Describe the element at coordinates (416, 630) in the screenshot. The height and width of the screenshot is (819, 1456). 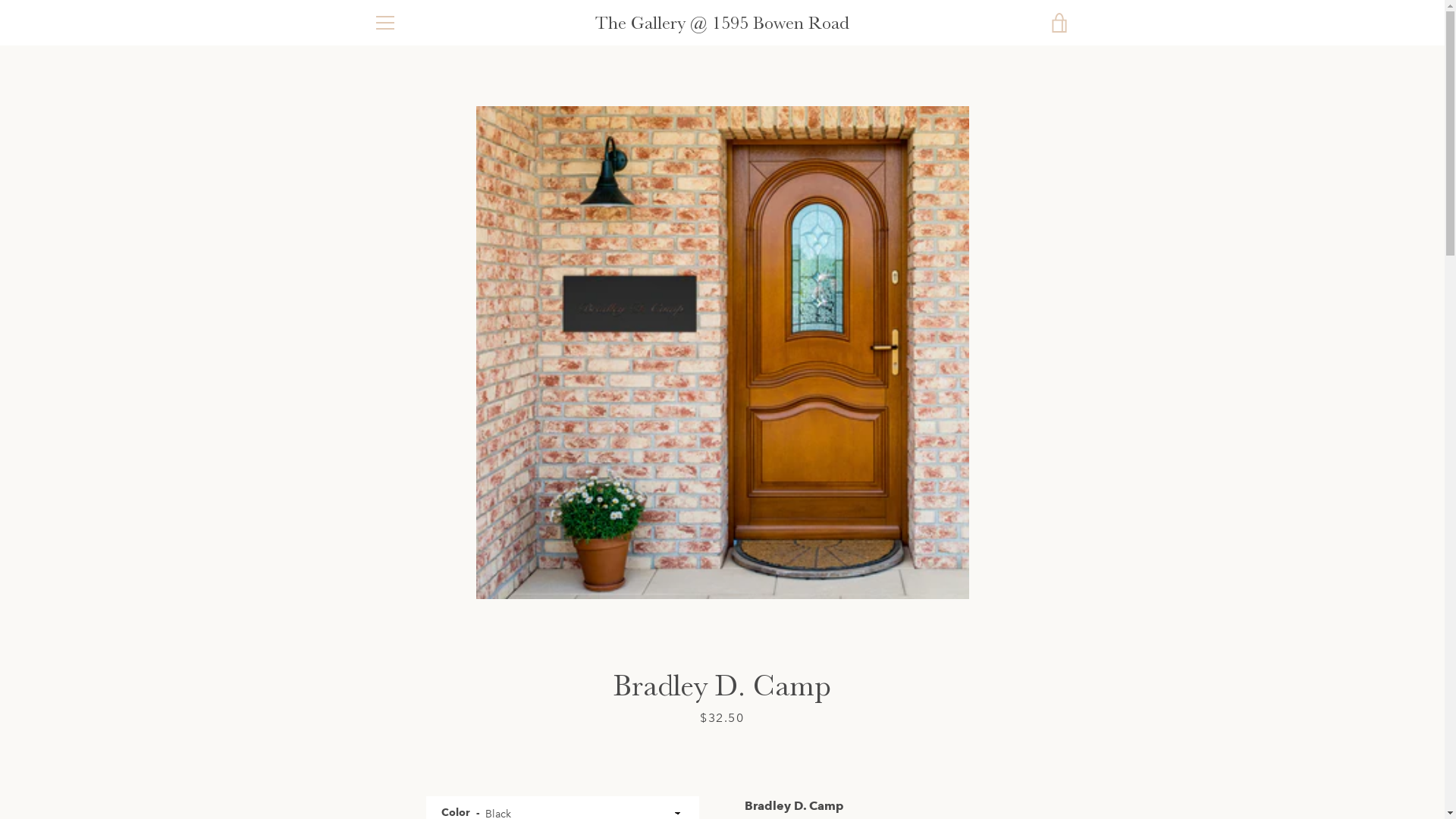
I see `'PRIVACY POLICY'` at that location.